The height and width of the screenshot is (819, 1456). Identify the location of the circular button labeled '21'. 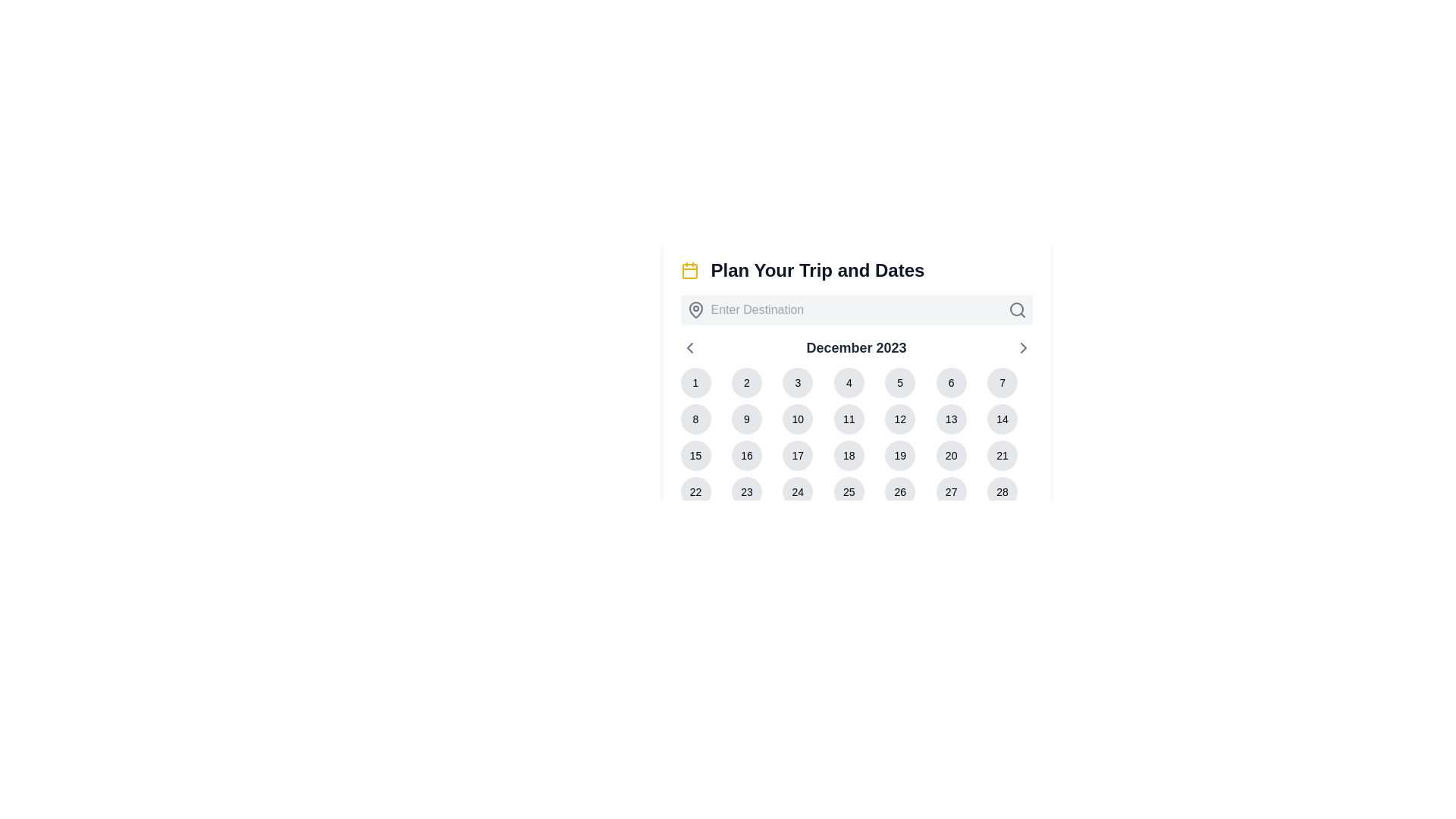
(1003, 455).